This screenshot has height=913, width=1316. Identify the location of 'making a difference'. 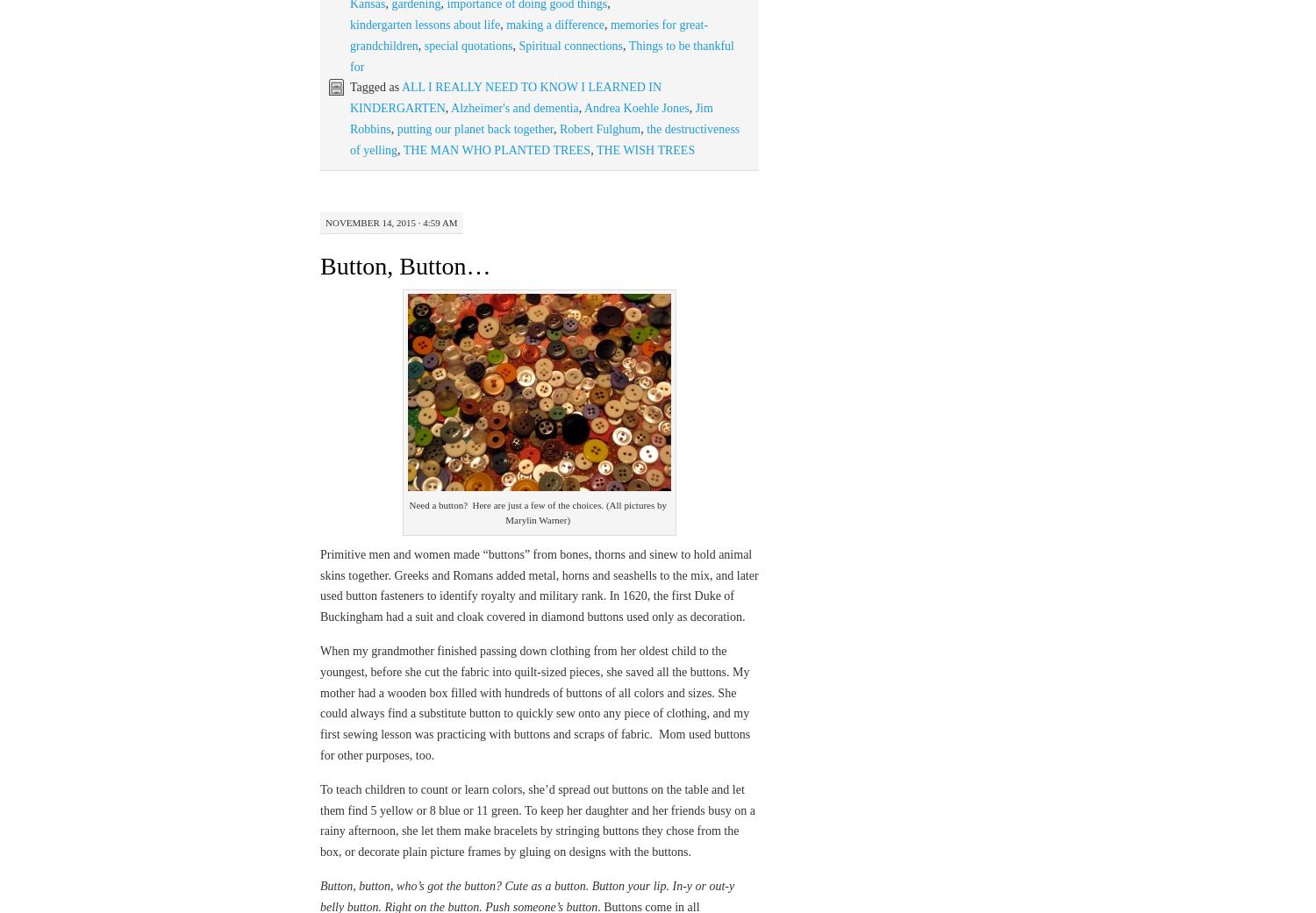
(554, 23).